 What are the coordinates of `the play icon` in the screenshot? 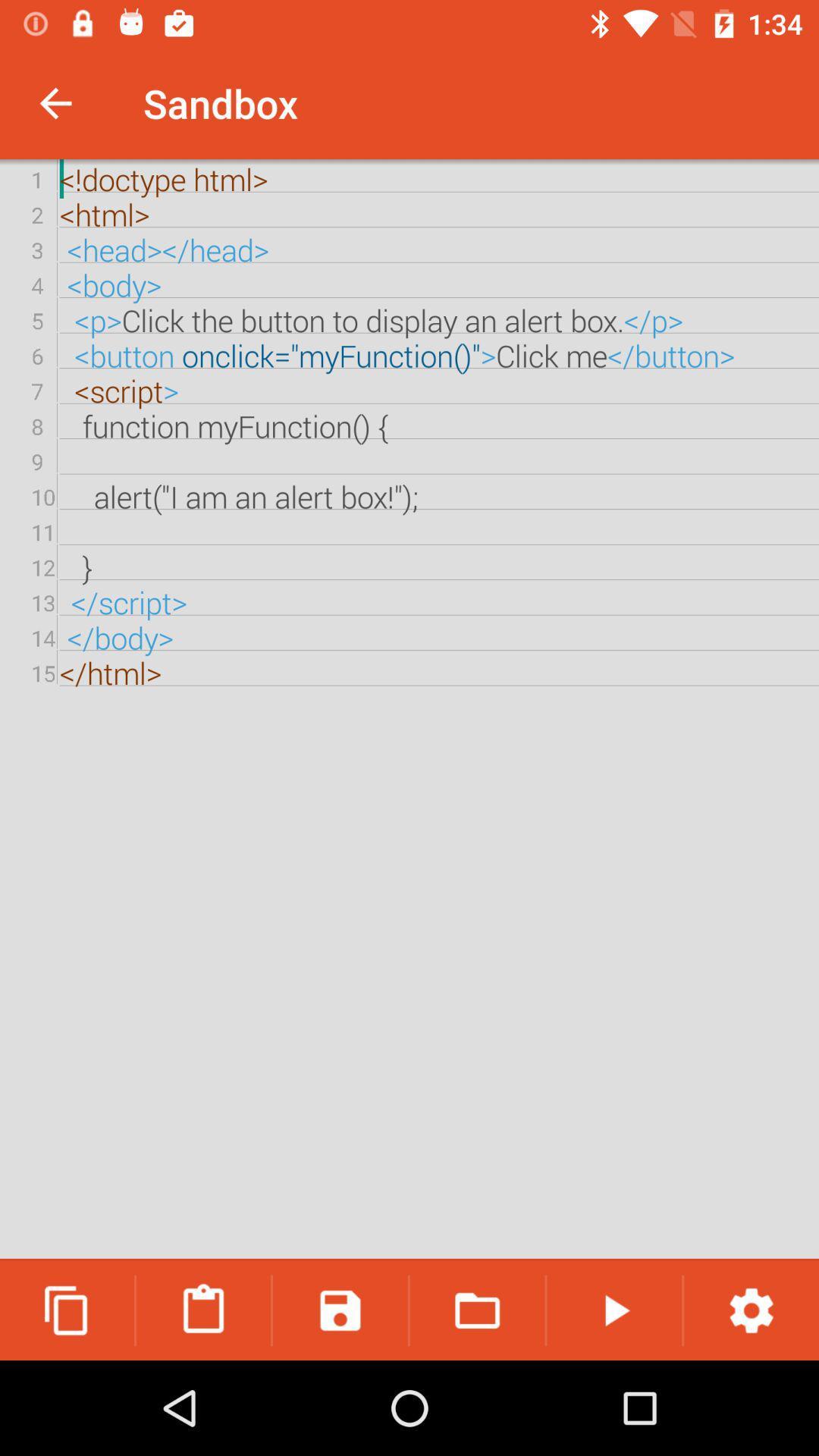 It's located at (614, 1310).